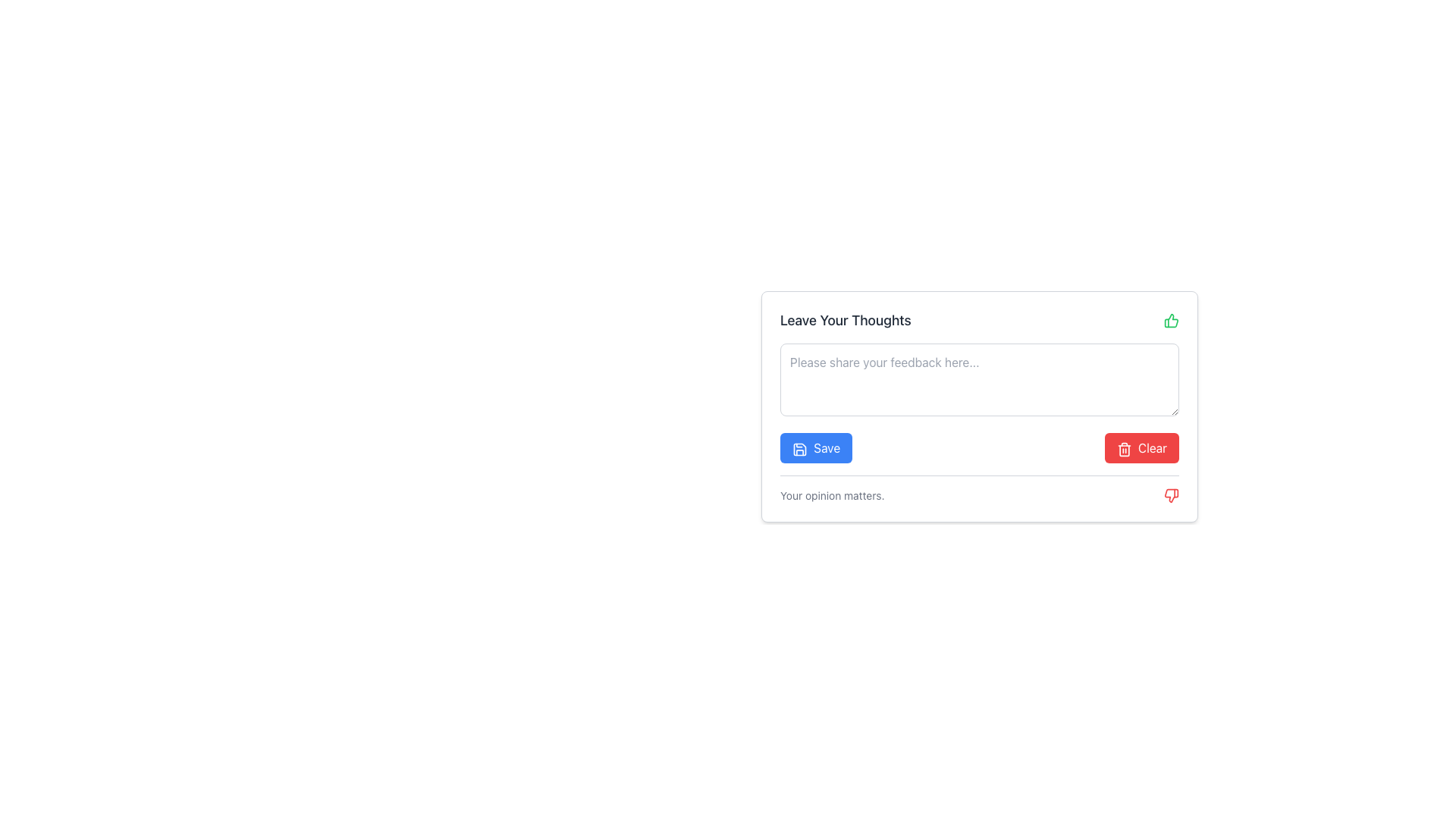 The width and height of the screenshot is (1456, 819). Describe the element at coordinates (799, 447) in the screenshot. I see `the 'Save' graphic icon` at that location.